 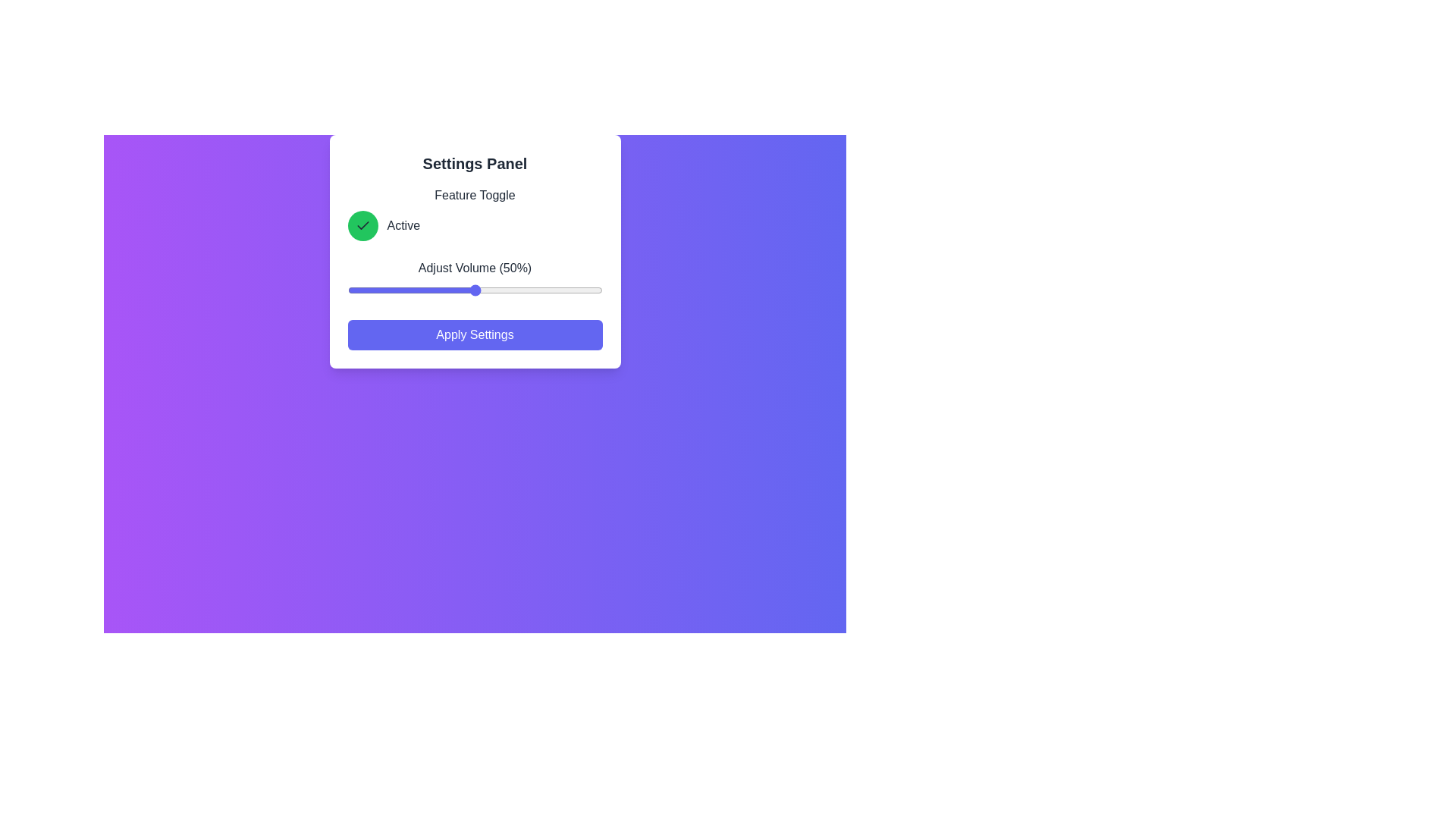 What do you see at coordinates (493, 290) in the screenshot?
I see `the volume` at bounding box center [493, 290].